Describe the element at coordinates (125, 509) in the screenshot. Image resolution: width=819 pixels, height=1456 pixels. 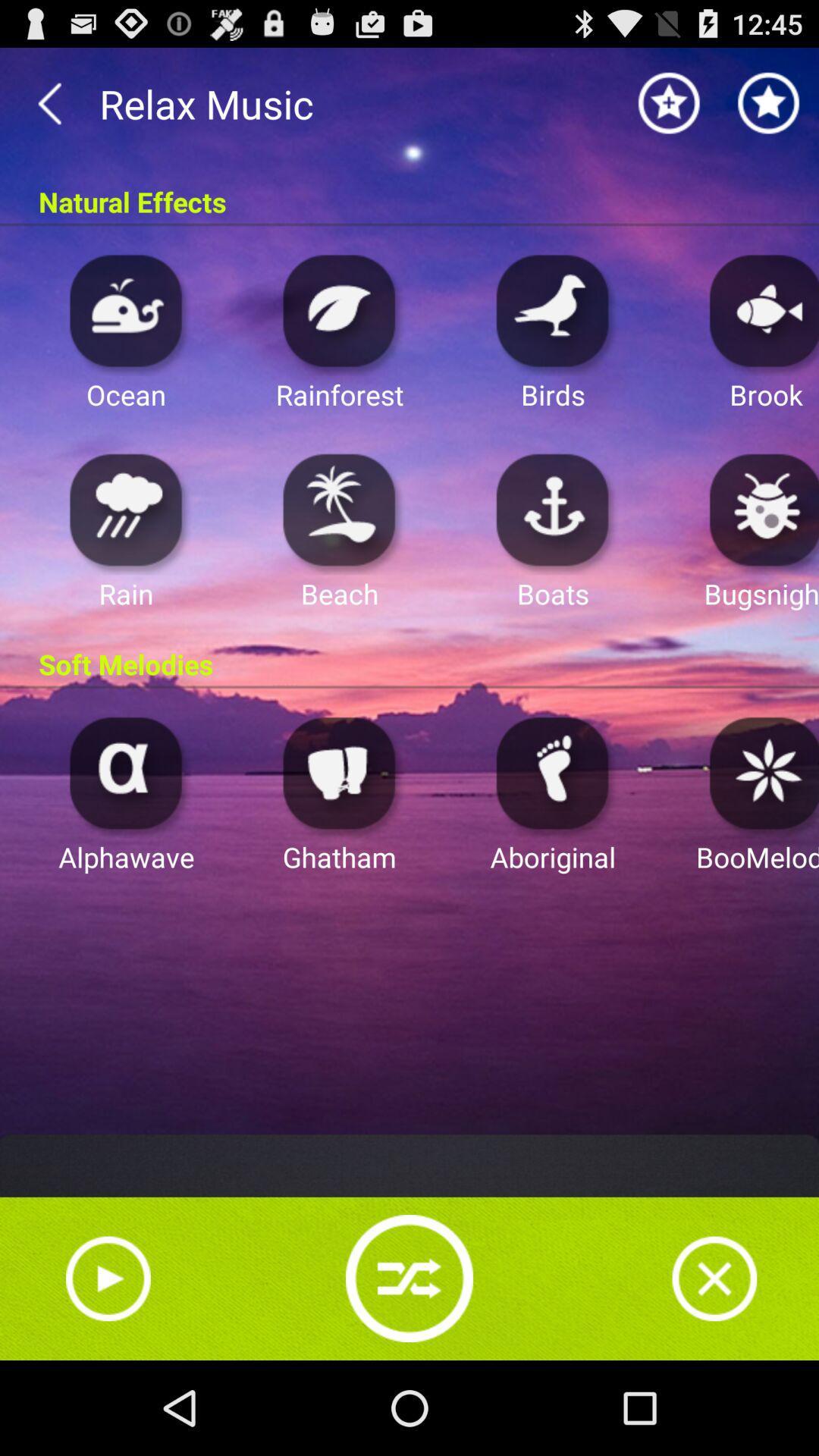
I see `rain effect` at that location.